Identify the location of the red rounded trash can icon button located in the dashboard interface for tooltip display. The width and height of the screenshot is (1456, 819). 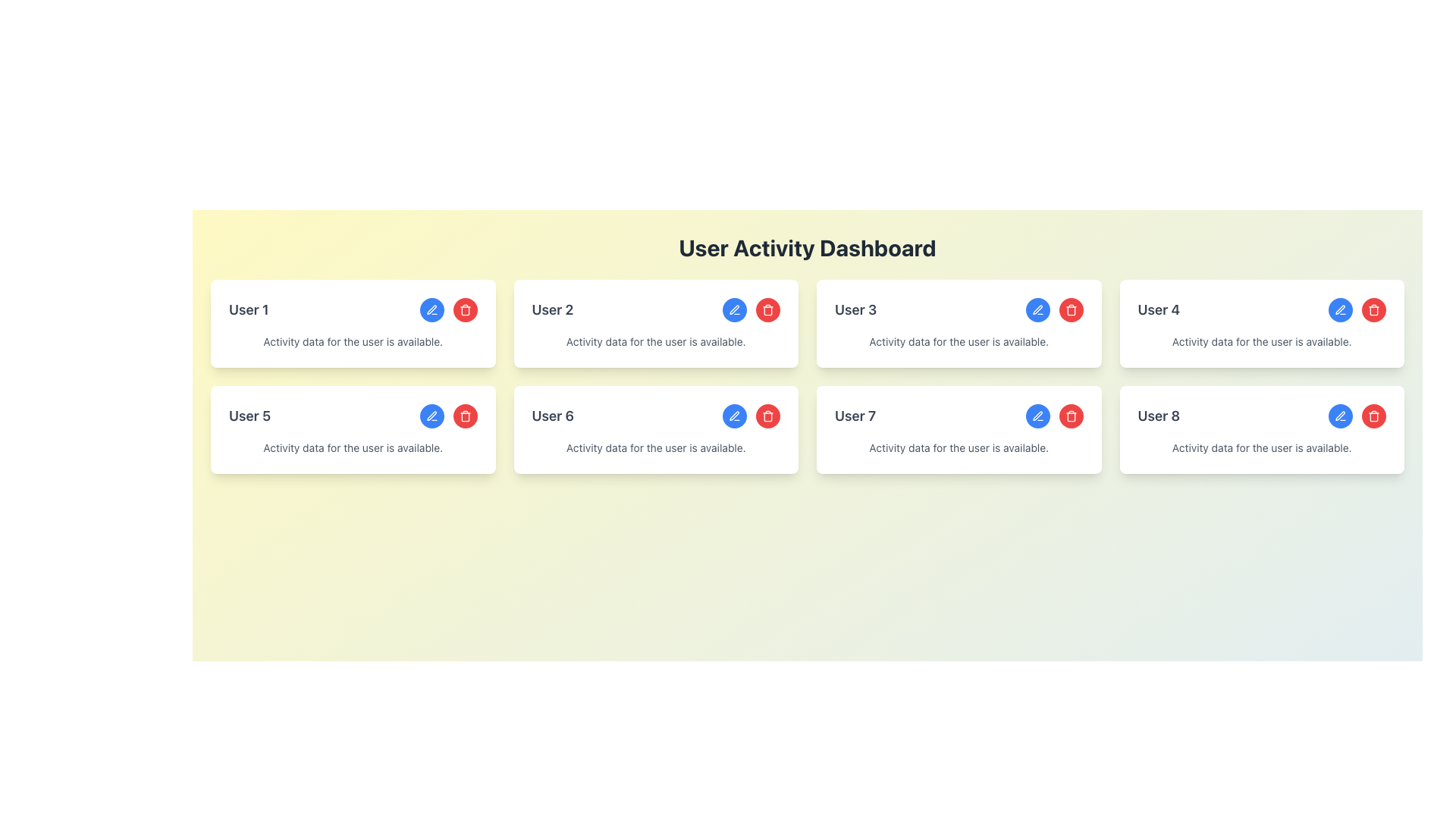
(767, 417).